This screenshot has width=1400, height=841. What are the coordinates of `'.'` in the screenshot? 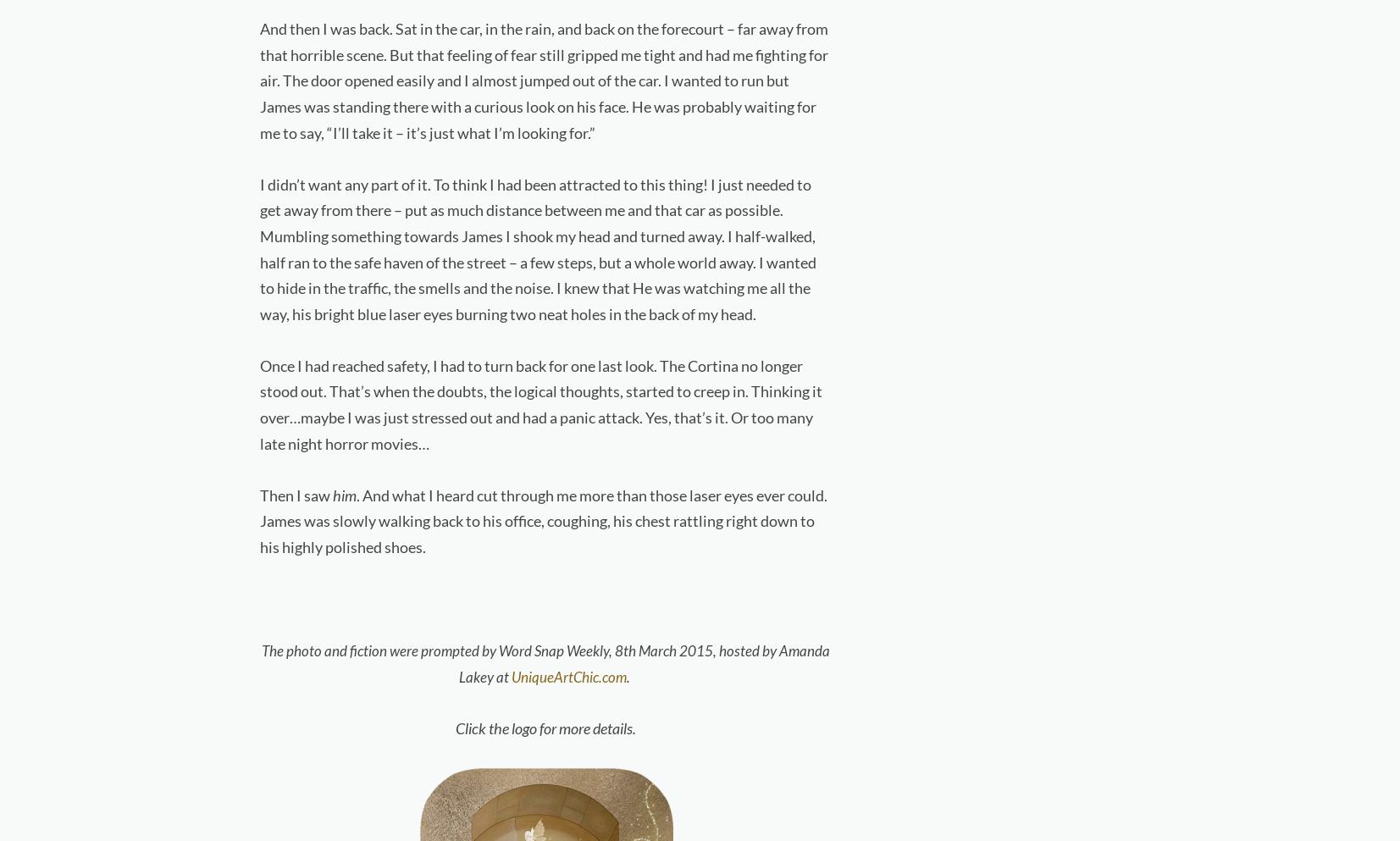 It's located at (628, 676).